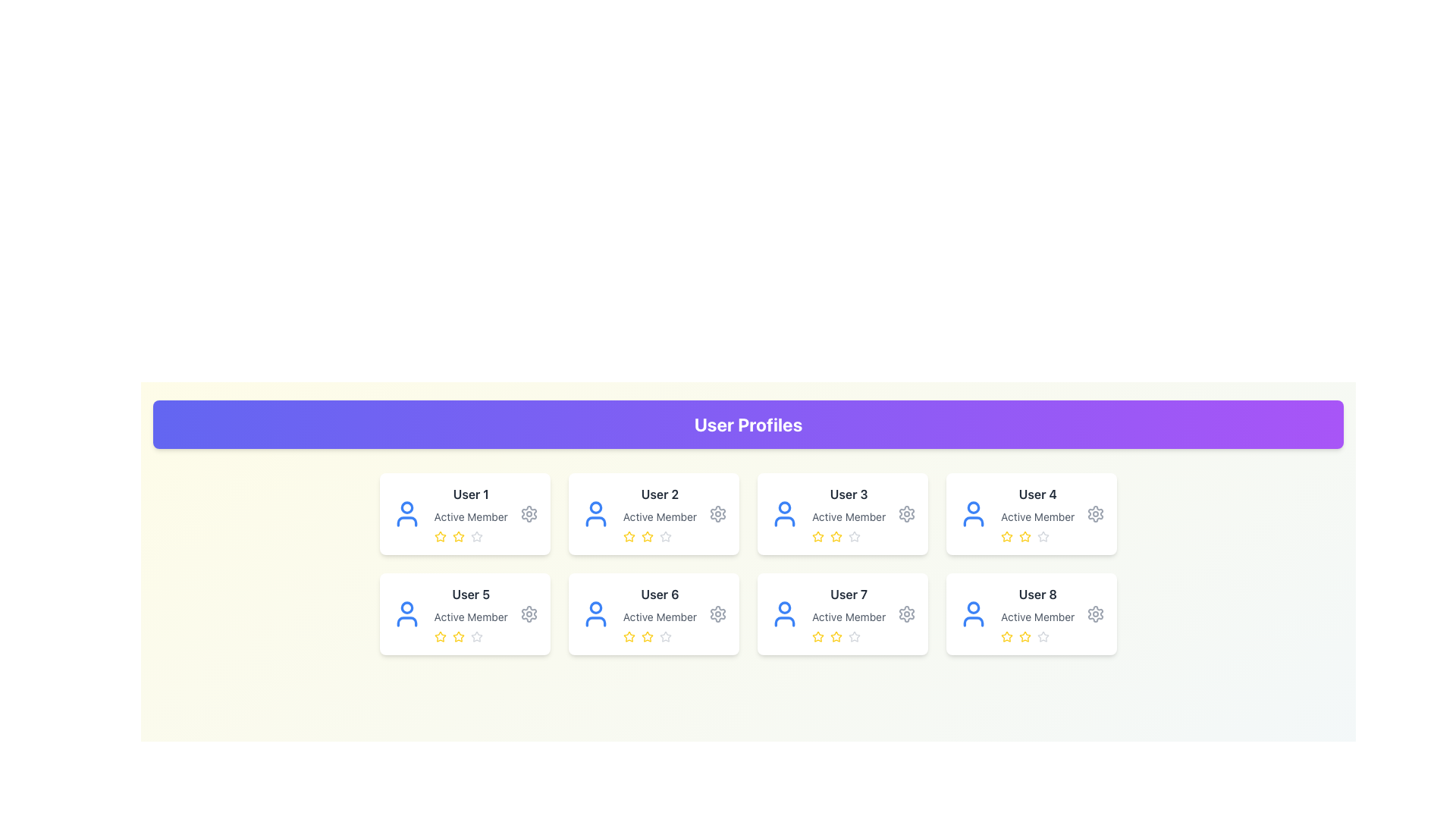 The height and width of the screenshot is (819, 1456). Describe the element at coordinates (654, 513) in the screenshot. I see `the stars in the user profile card, which is the second card in the grid layout, to change the rating` at that location.